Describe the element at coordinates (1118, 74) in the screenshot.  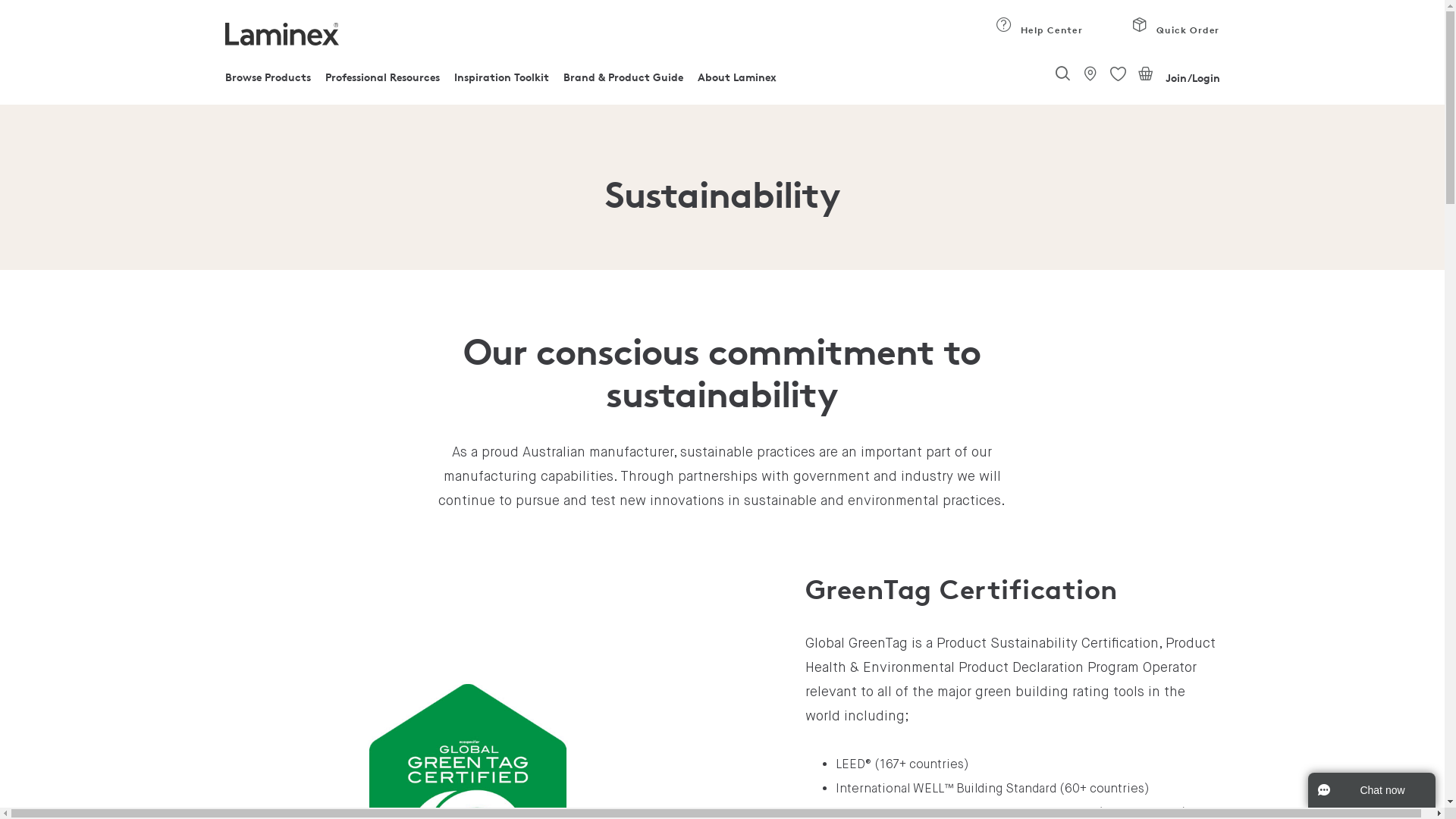
I see `'View Favourites'` at that location.